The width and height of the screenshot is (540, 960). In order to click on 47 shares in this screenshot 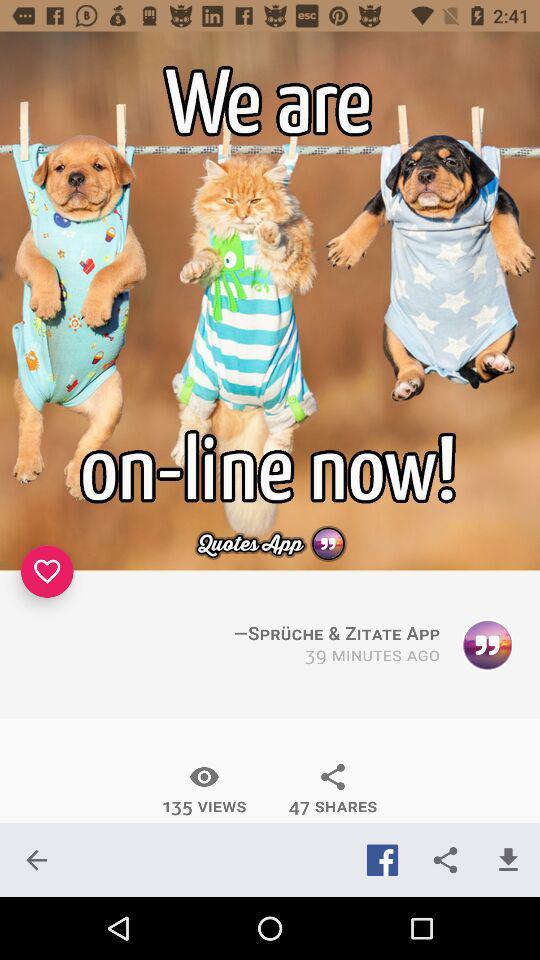, I will do `click(333, 789)`.